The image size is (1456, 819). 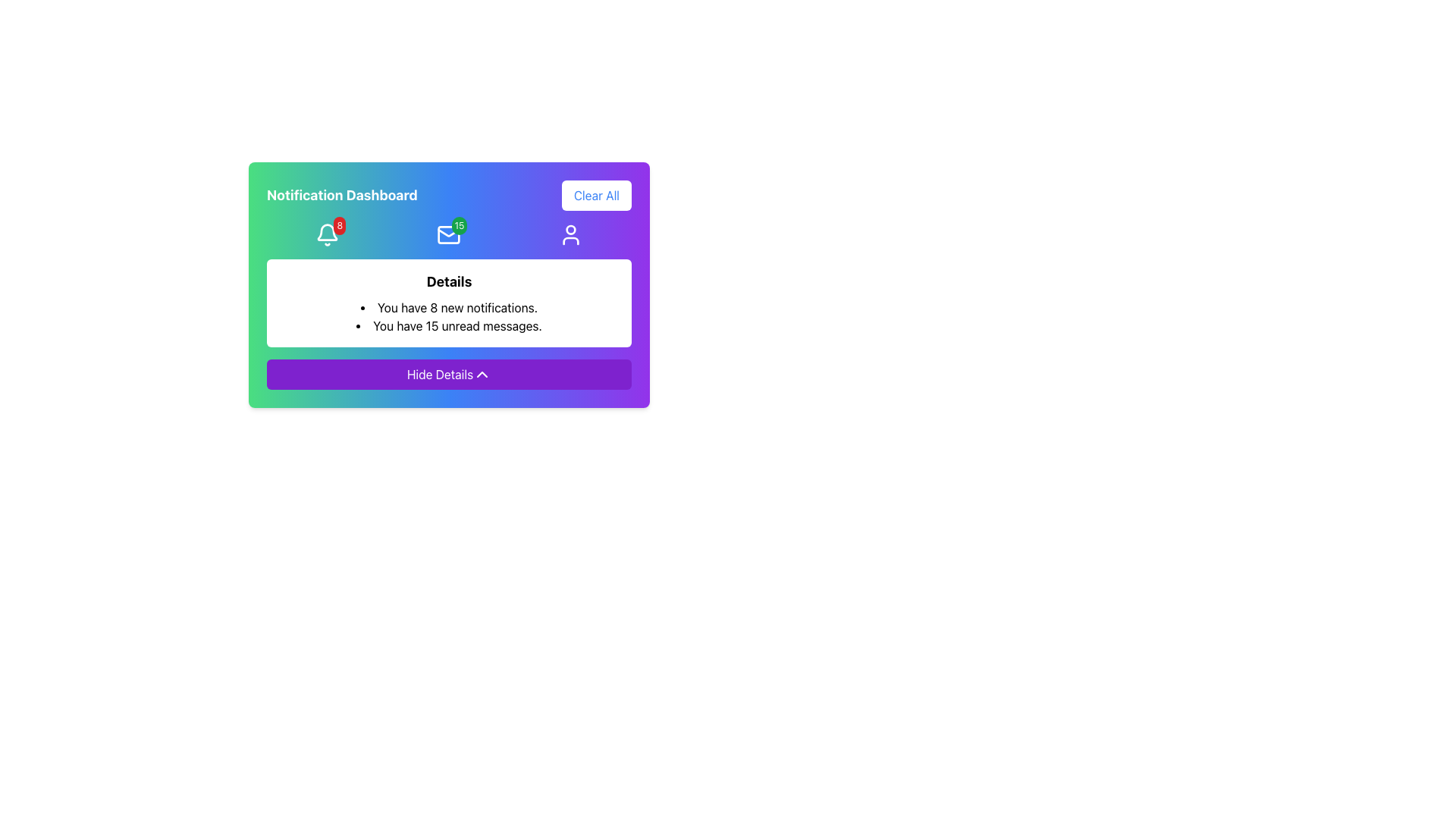 What do you see at coordinates (448, 325) in the screenshot?
I see `the static text element that displays the count of unread messages, located within the 'Details' section of the notification dashboard, beneath the notifications list item` at bounding box center [448, 325].